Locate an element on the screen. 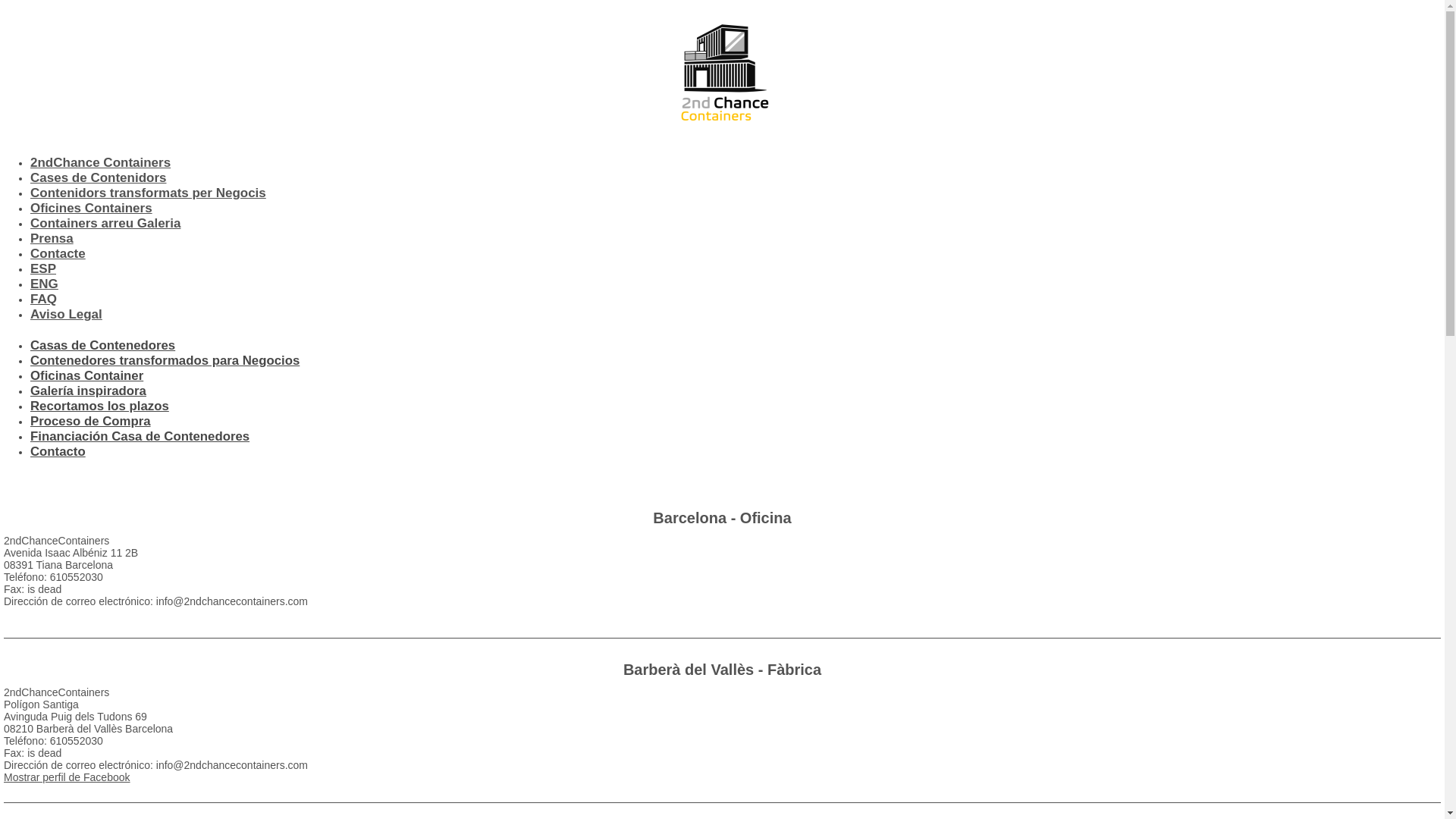 The height and width of the screenshot is (819, 1456). 'Contacte' is located at coordinates (58, 253).